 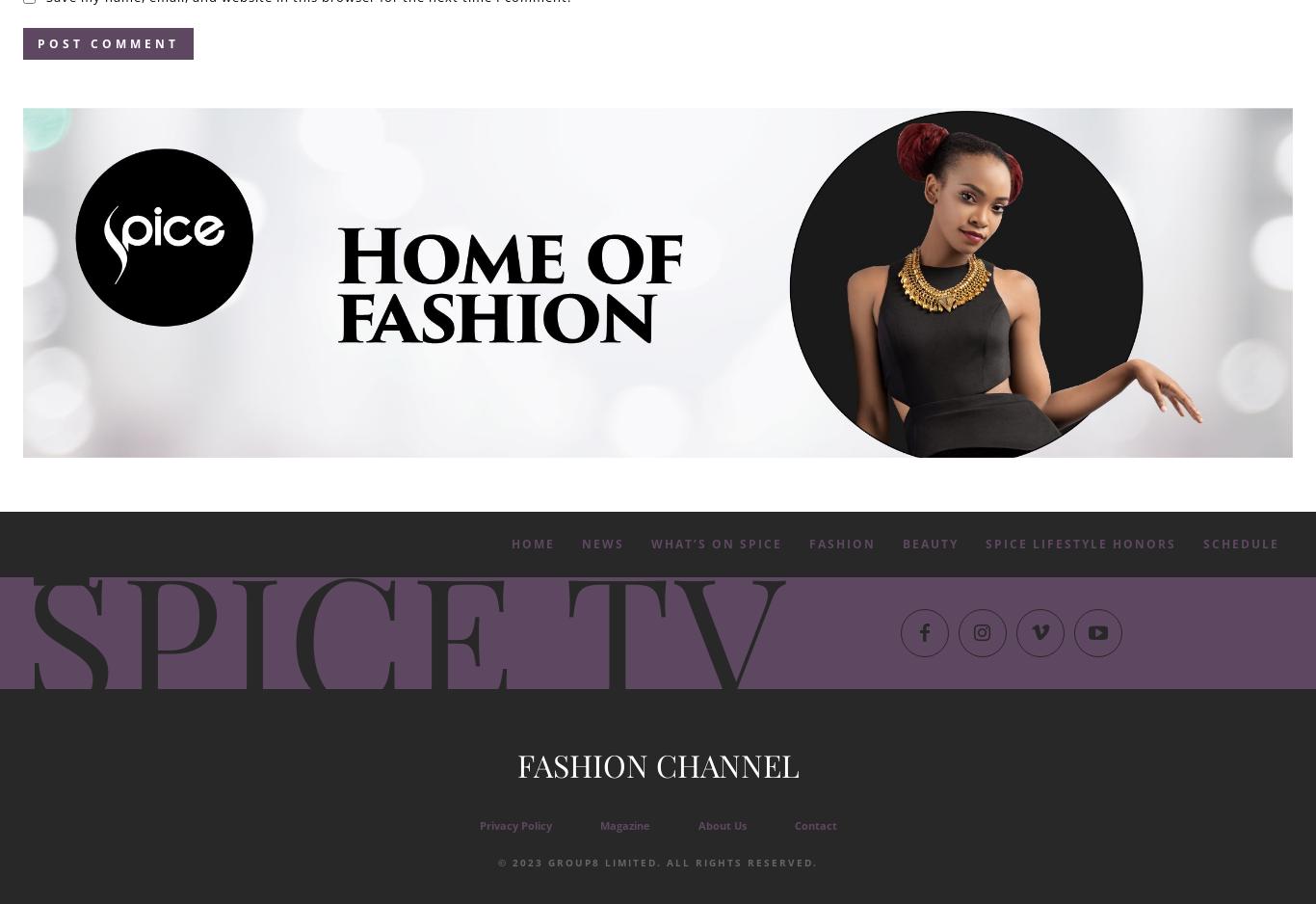 What do you see at coordinates (841, 543) in the screenshot?
I see `'Fashion'` at bounding box center [841, 543].